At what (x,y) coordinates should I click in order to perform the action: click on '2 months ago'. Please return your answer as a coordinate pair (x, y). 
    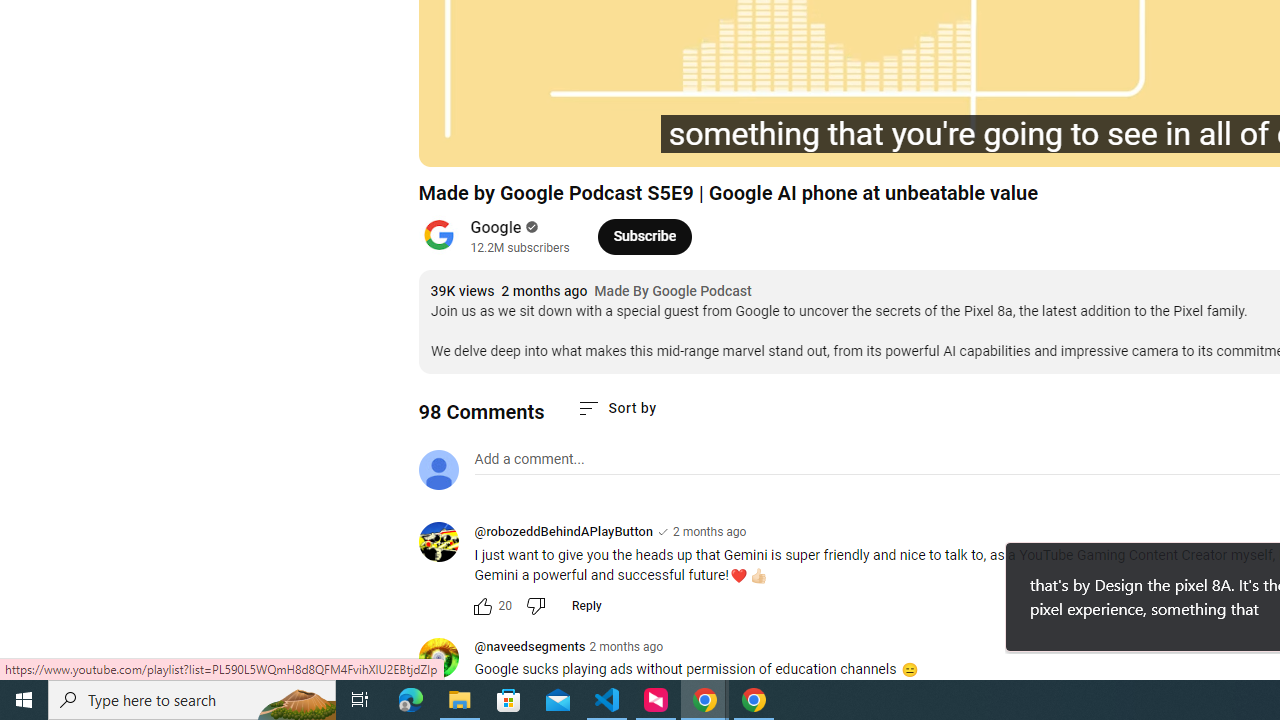
    Looking at the image, I should click on (625, 646).